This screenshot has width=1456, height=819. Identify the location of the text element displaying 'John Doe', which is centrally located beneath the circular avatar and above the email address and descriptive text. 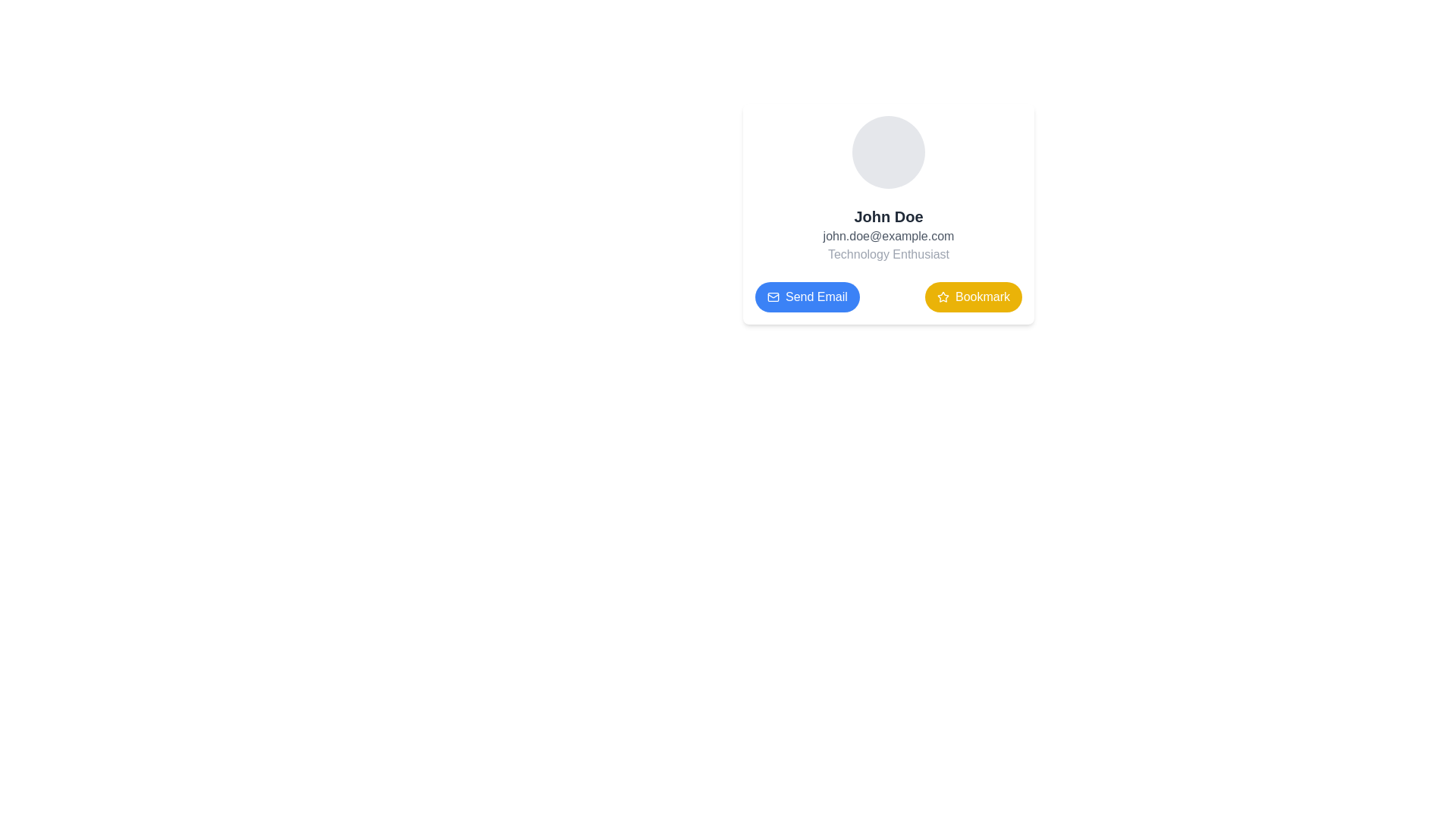
(888, 216).